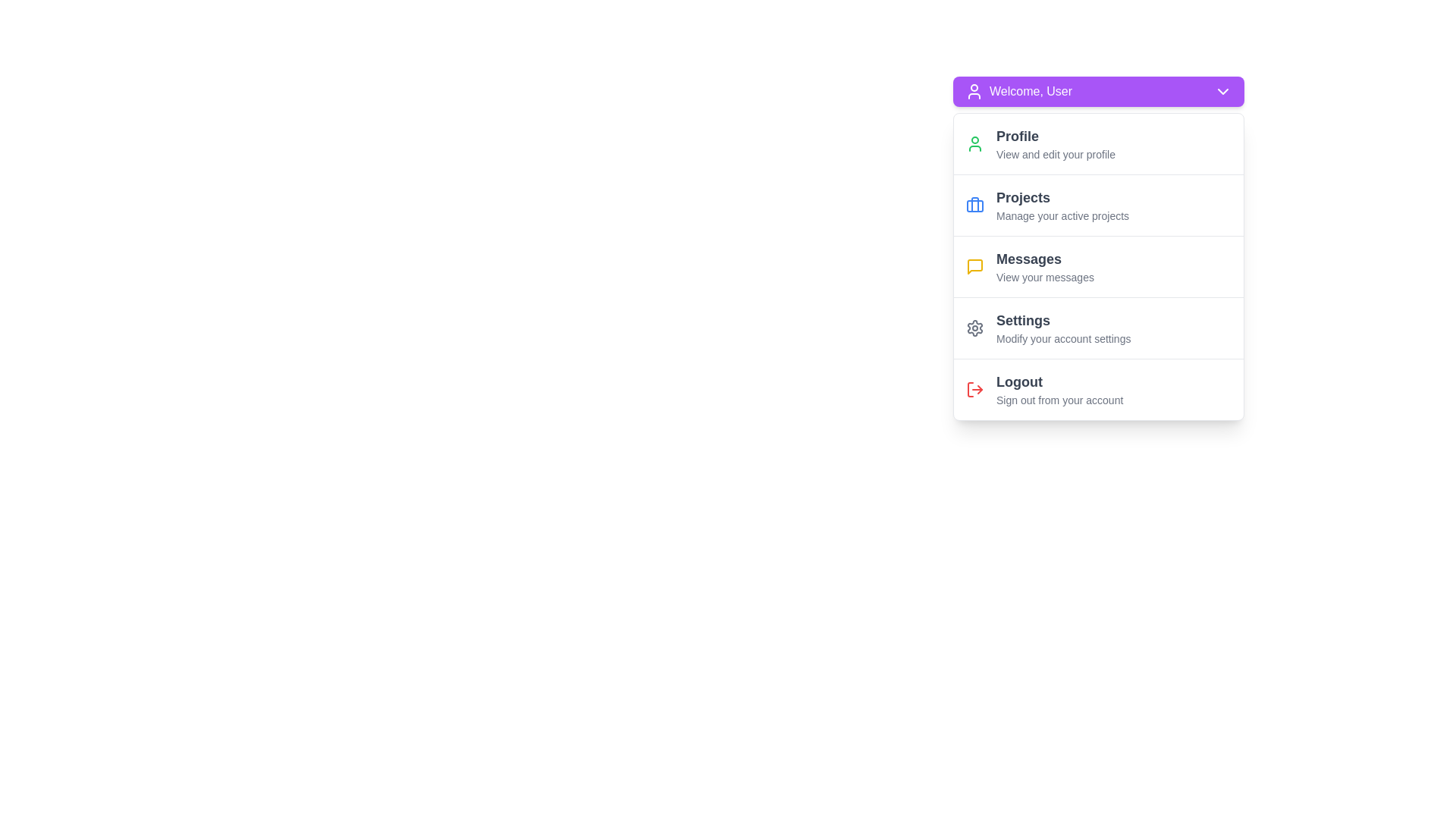 The image size is (1456, 819). I want to click on the Informational button labeled 'Profile' with the description 'View and edit your profile', so click(1055, 143).